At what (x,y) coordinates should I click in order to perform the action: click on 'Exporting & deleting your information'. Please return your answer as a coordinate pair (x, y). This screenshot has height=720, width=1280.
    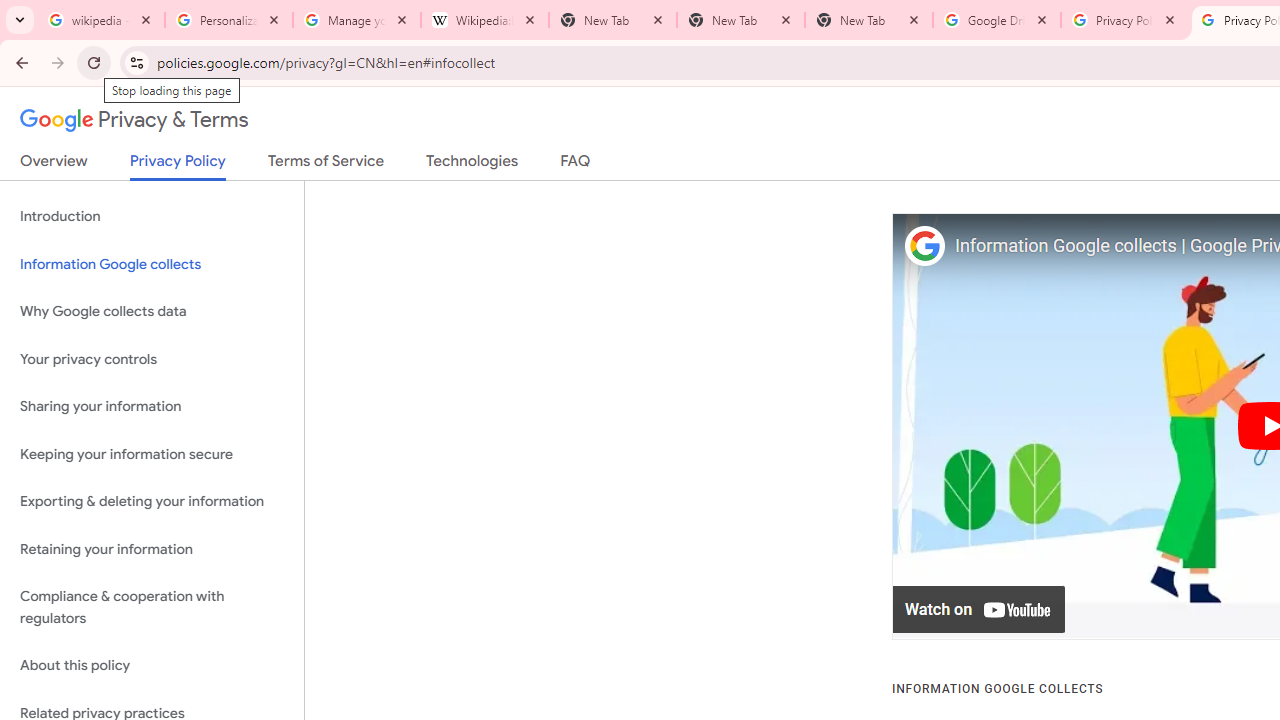
    Looking at the image, I should click on (151, 501).